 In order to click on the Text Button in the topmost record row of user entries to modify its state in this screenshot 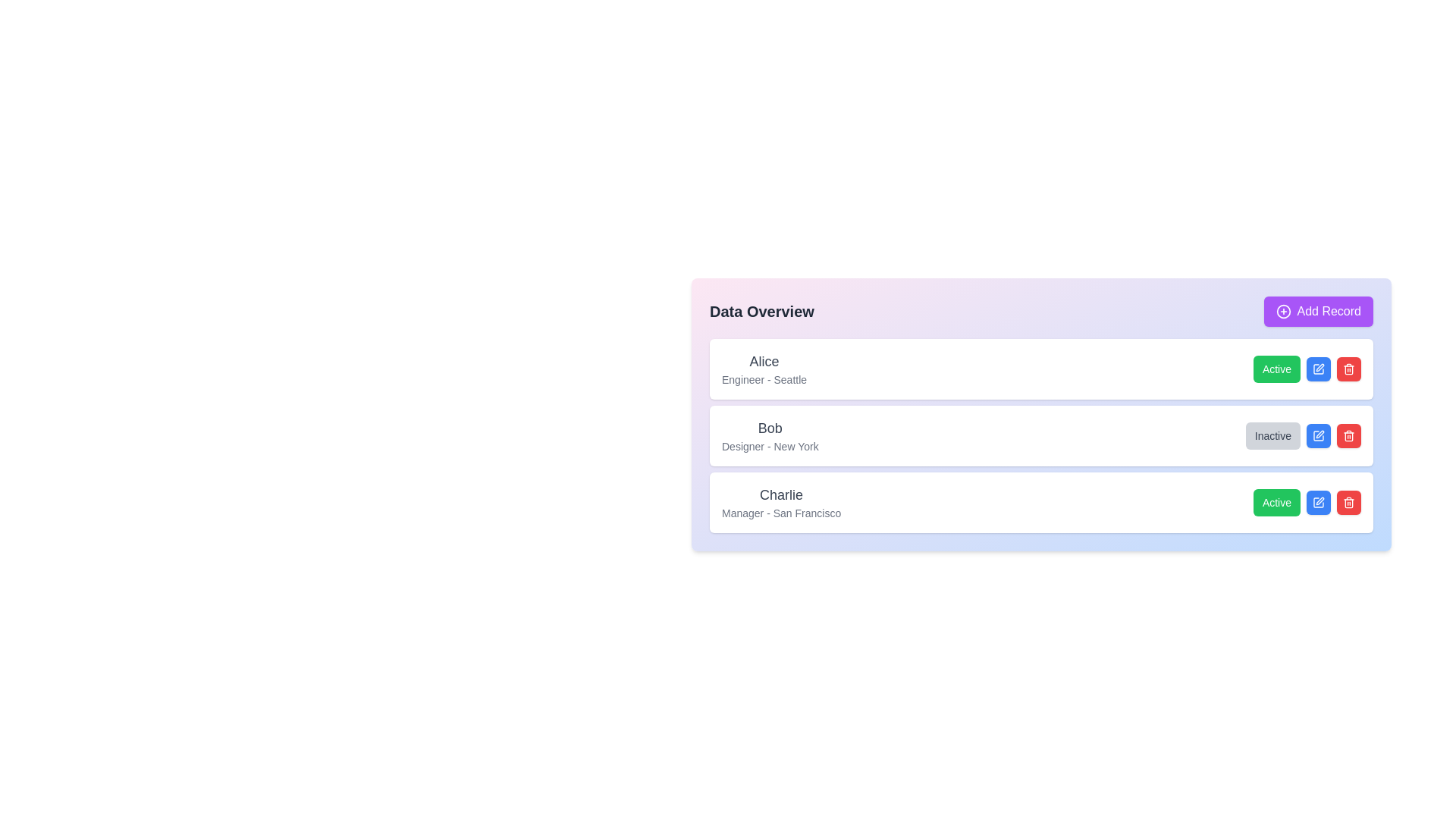, I will do `click(1306, 369)`.